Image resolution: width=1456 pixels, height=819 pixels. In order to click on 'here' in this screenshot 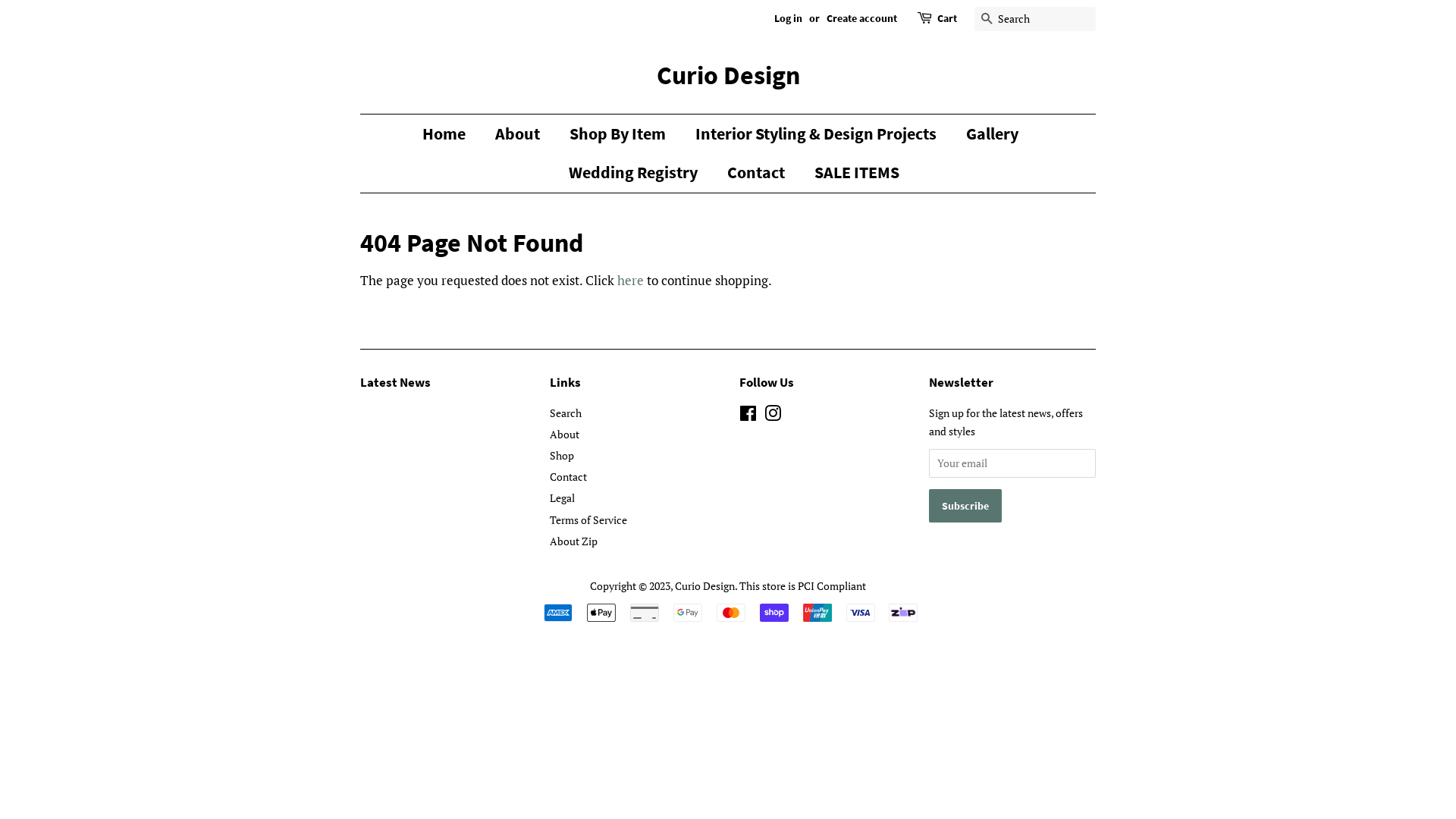, I will do `click(630, 280)`.